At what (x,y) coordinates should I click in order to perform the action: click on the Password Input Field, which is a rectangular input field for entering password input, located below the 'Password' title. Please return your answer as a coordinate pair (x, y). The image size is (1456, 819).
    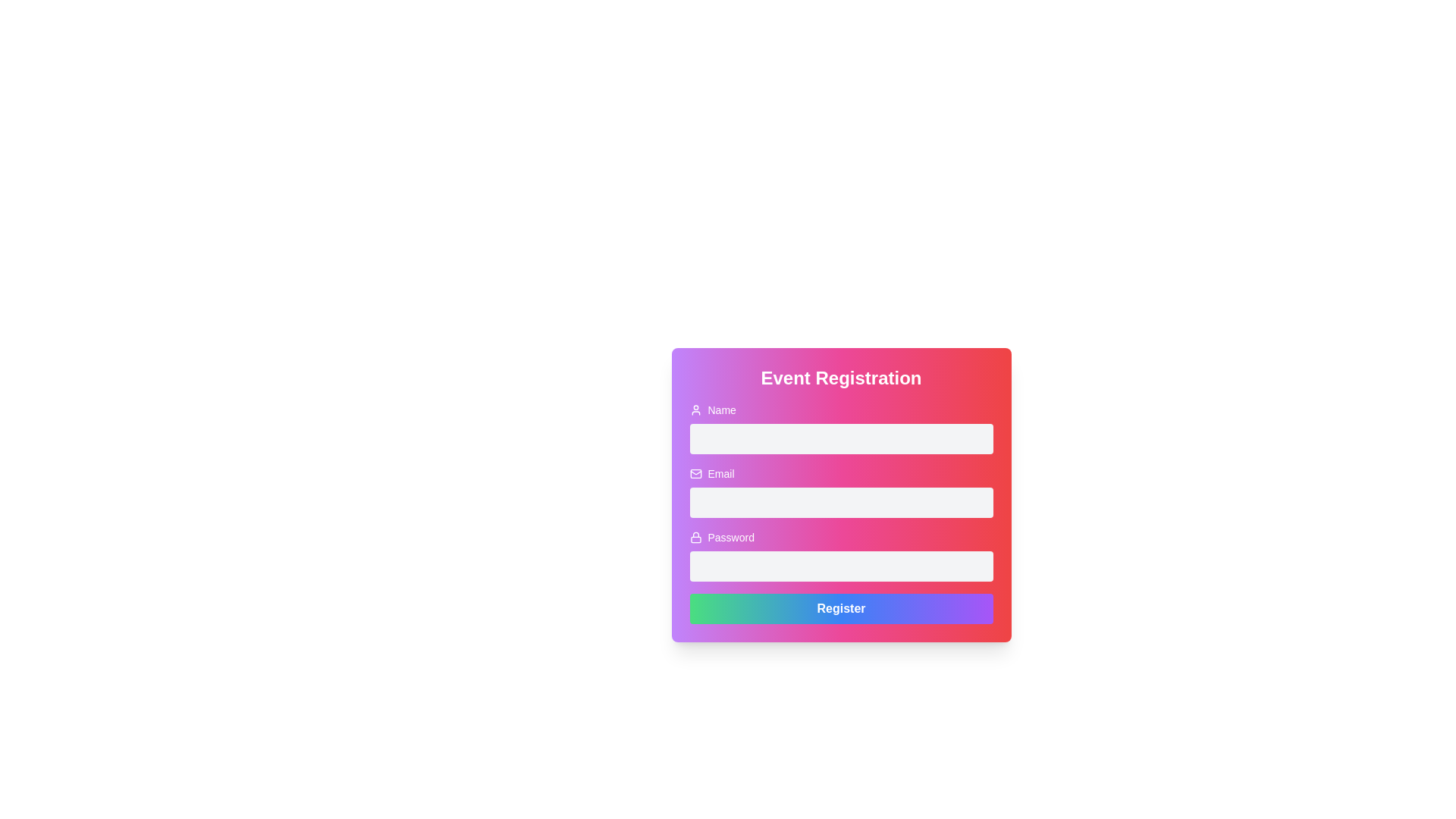
    Looking at the image, I should click on (840, 566).